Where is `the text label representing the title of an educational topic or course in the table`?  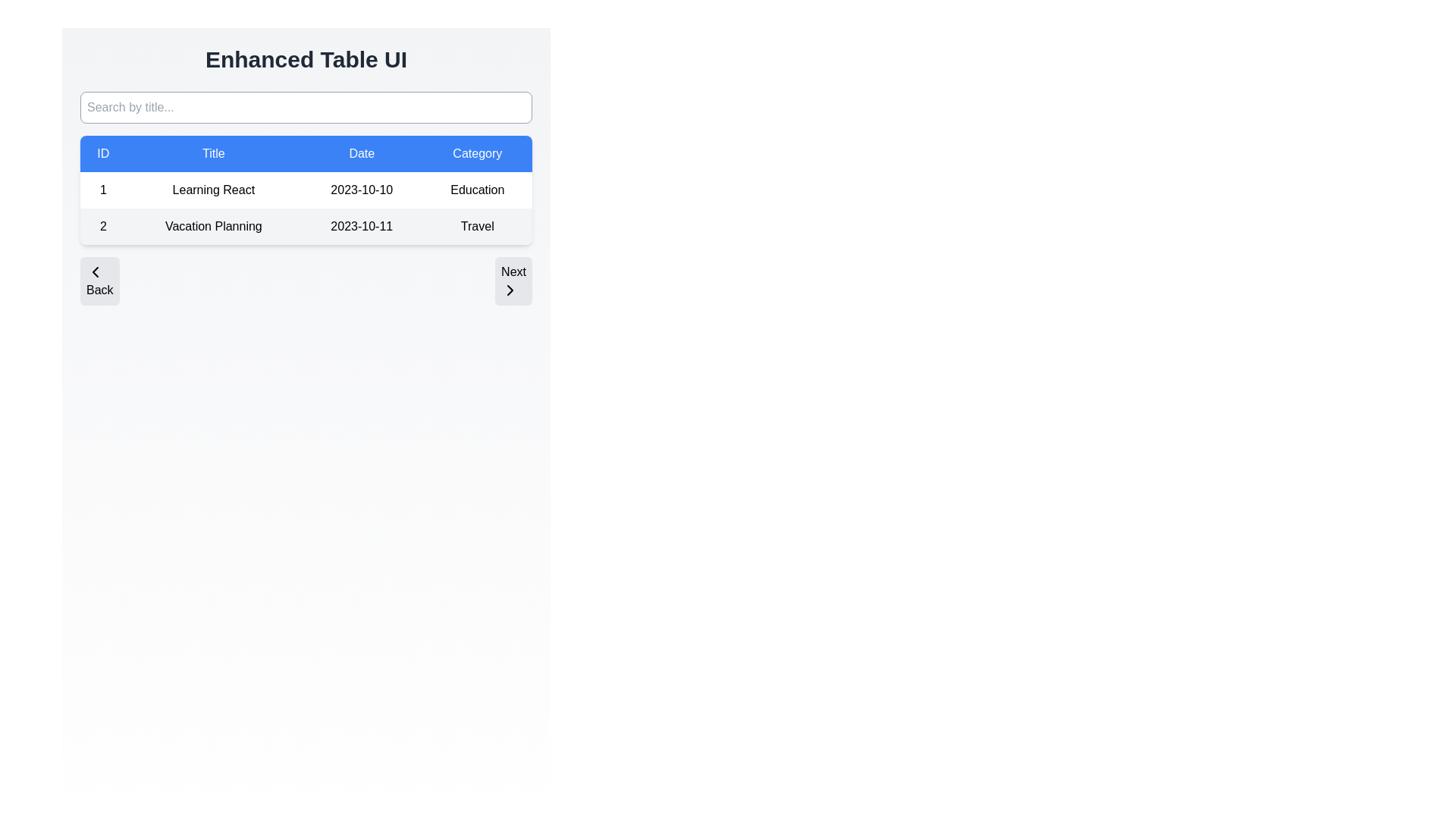 the text label representing the title of an educational topic or course in the table is located at coordinates (212, 189).